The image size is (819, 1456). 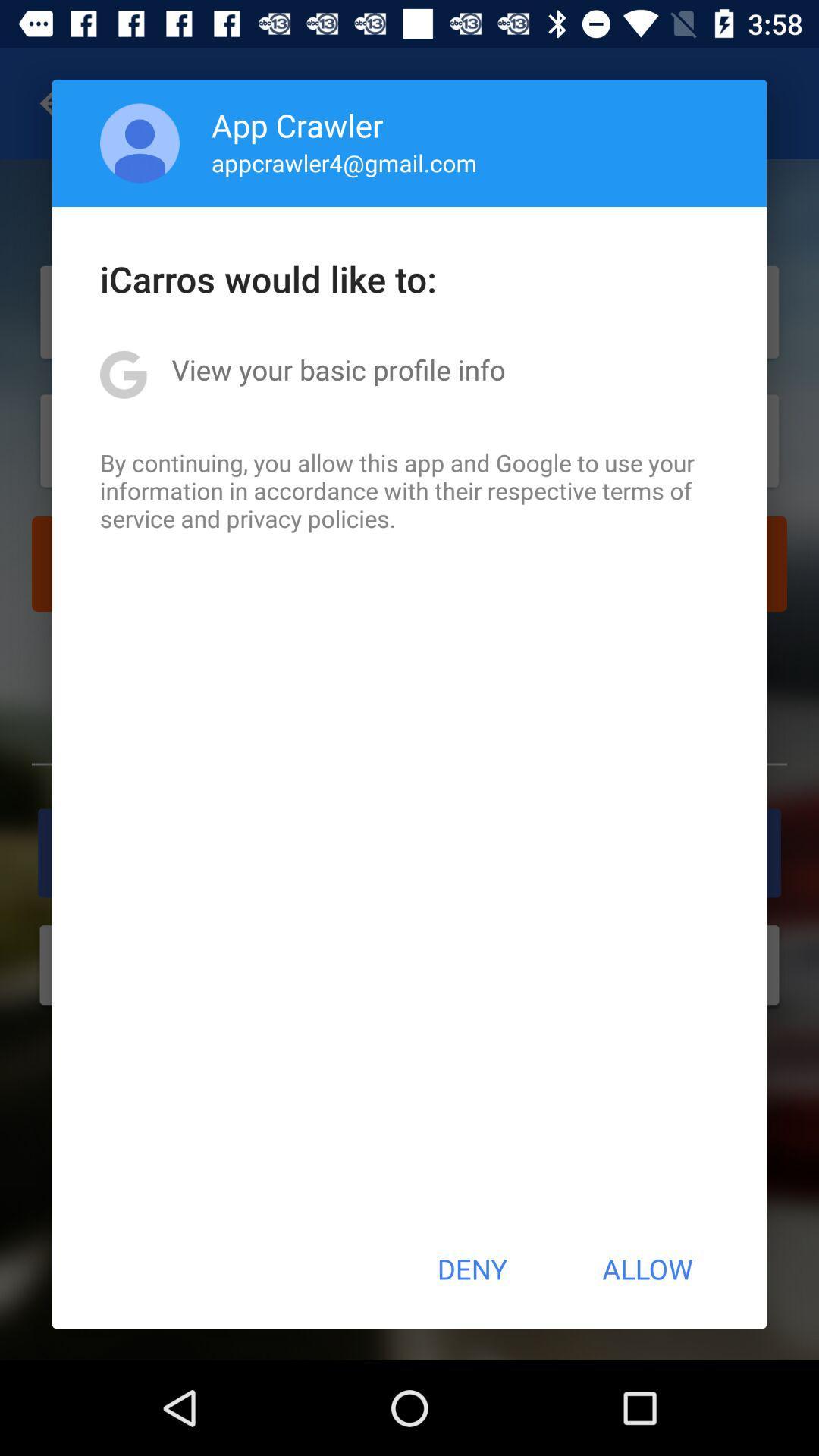 I want to click on the item at the bottom, so click(x=471, y=1269).